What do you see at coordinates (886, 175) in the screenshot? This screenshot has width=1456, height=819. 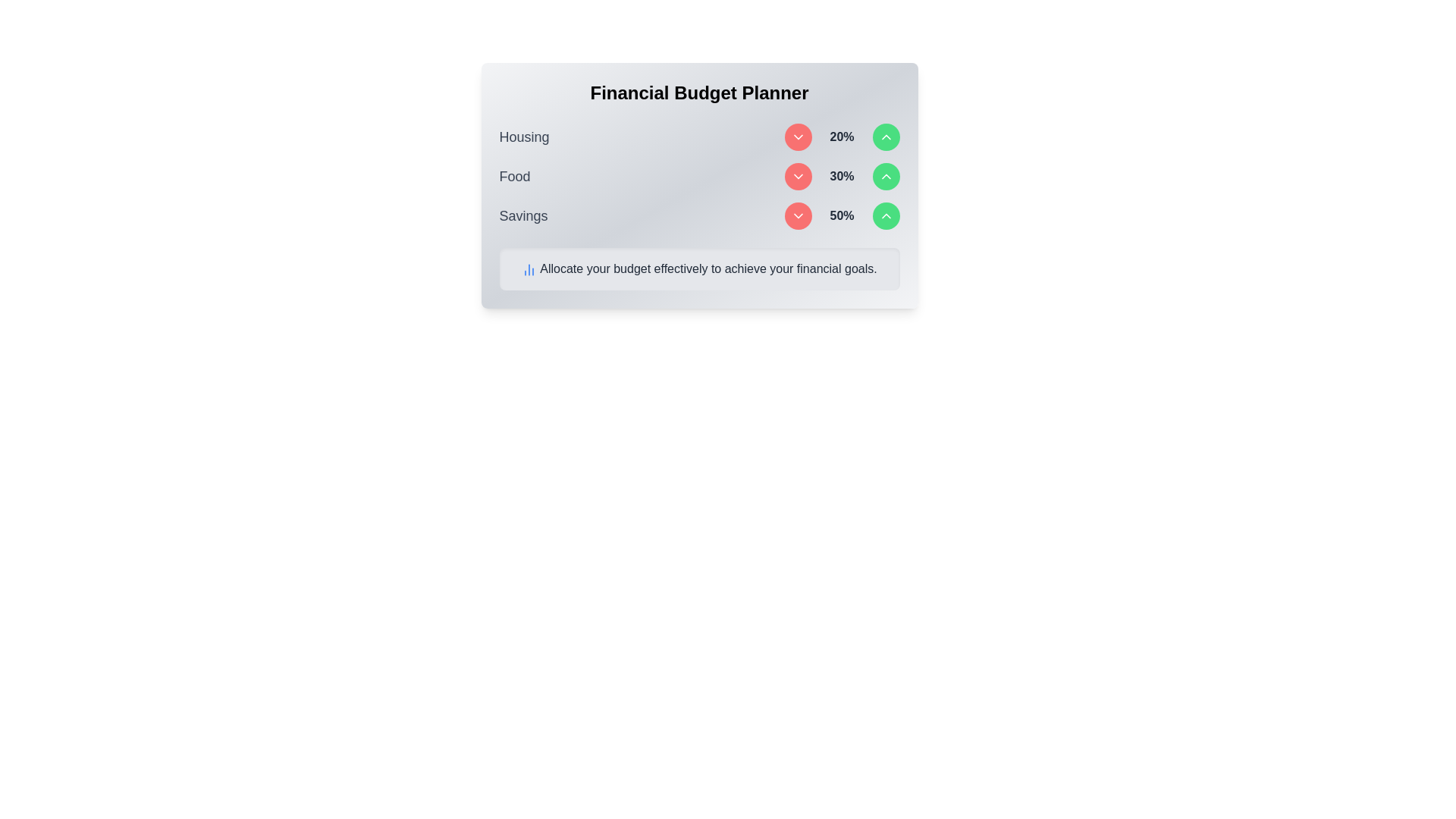 I see `the upward-pointing triangular arrow icon within the circular green button, which is positioned to the right of the 'Housing' text for UI feedback` at bounding box center [886, 175].